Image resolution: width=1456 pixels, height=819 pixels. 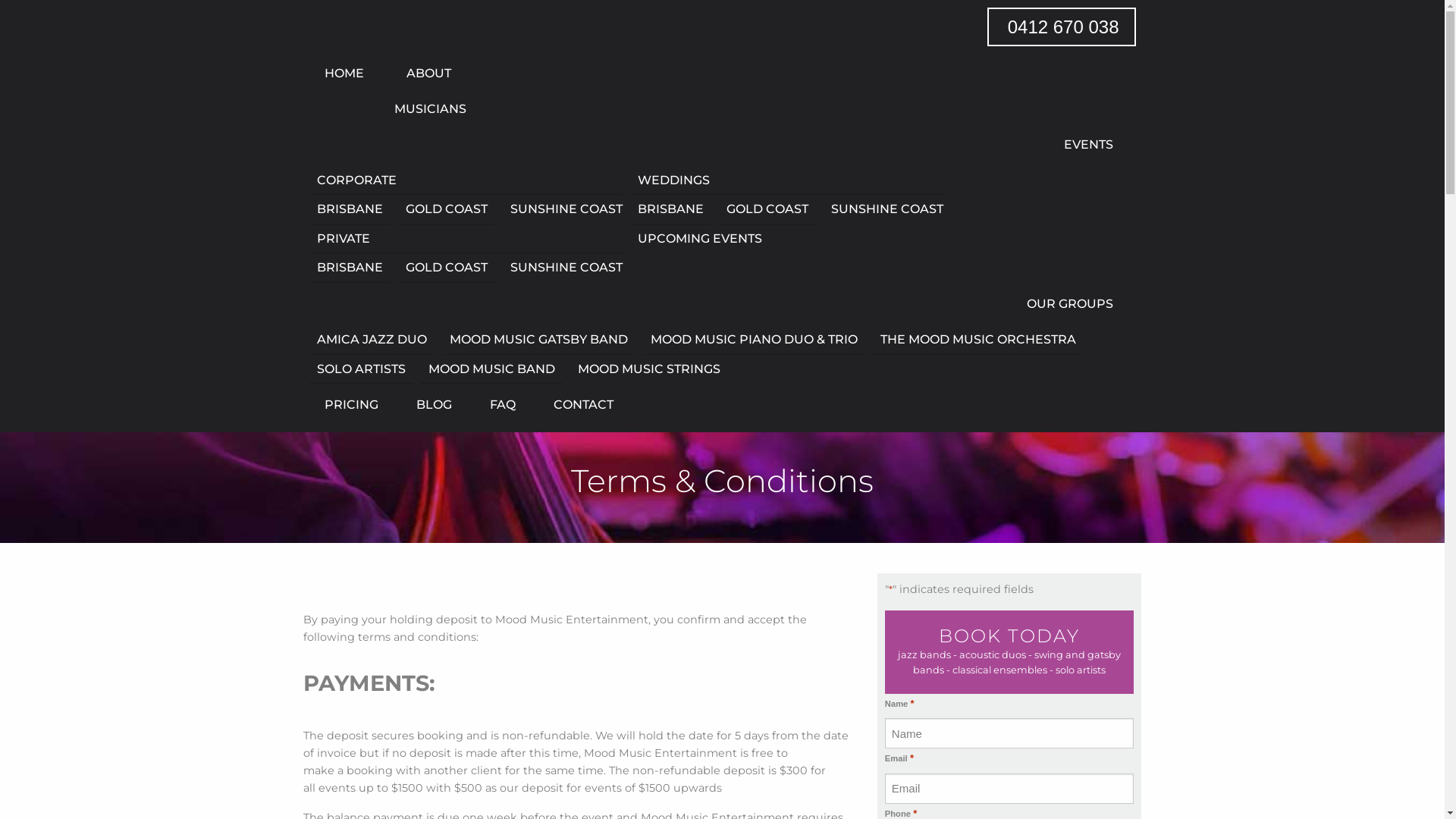 What do you see at coordinates (502, 403) in the screenshot?
I see `'FAQ'` at bounding box center [502, 403].